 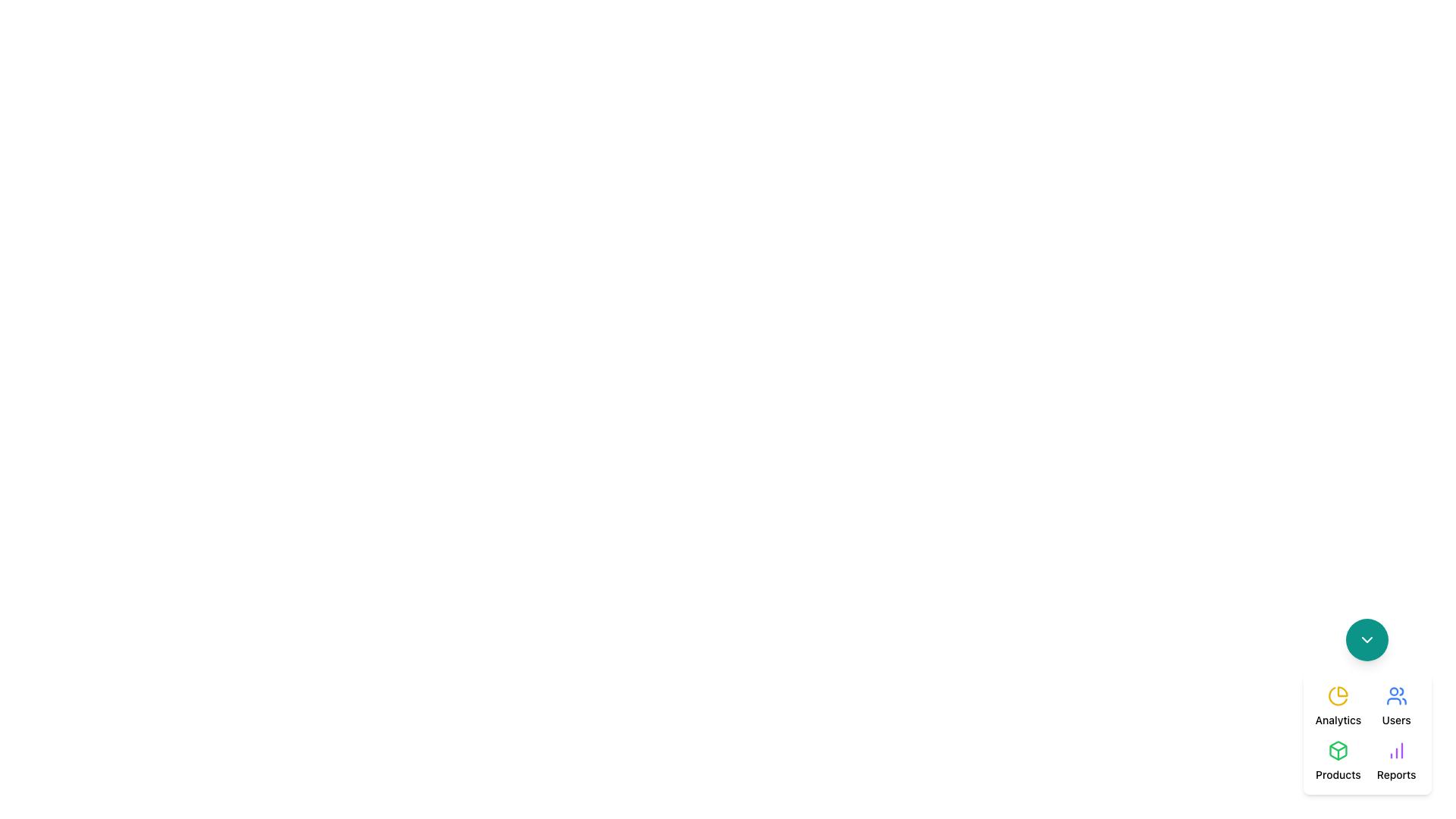 I want to click on the 'Analytics' text label located directly below the yellow pie chart icon in the lower-right corner of the viewport, so click(x=1338, y=719).